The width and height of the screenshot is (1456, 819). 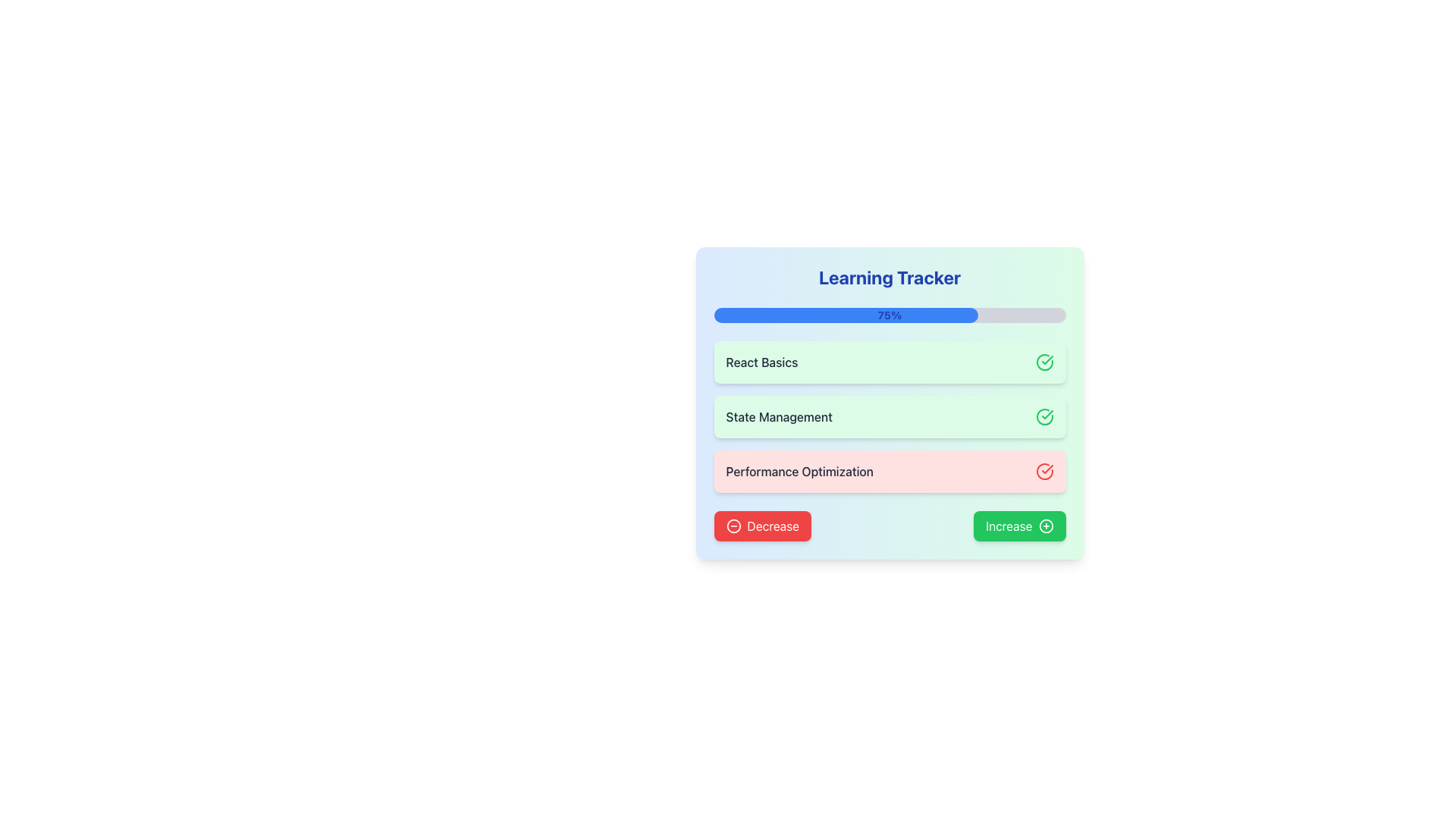 I want to click on the first list item labeled 'React Basics' with a light green background, so click(x=890, y=362).